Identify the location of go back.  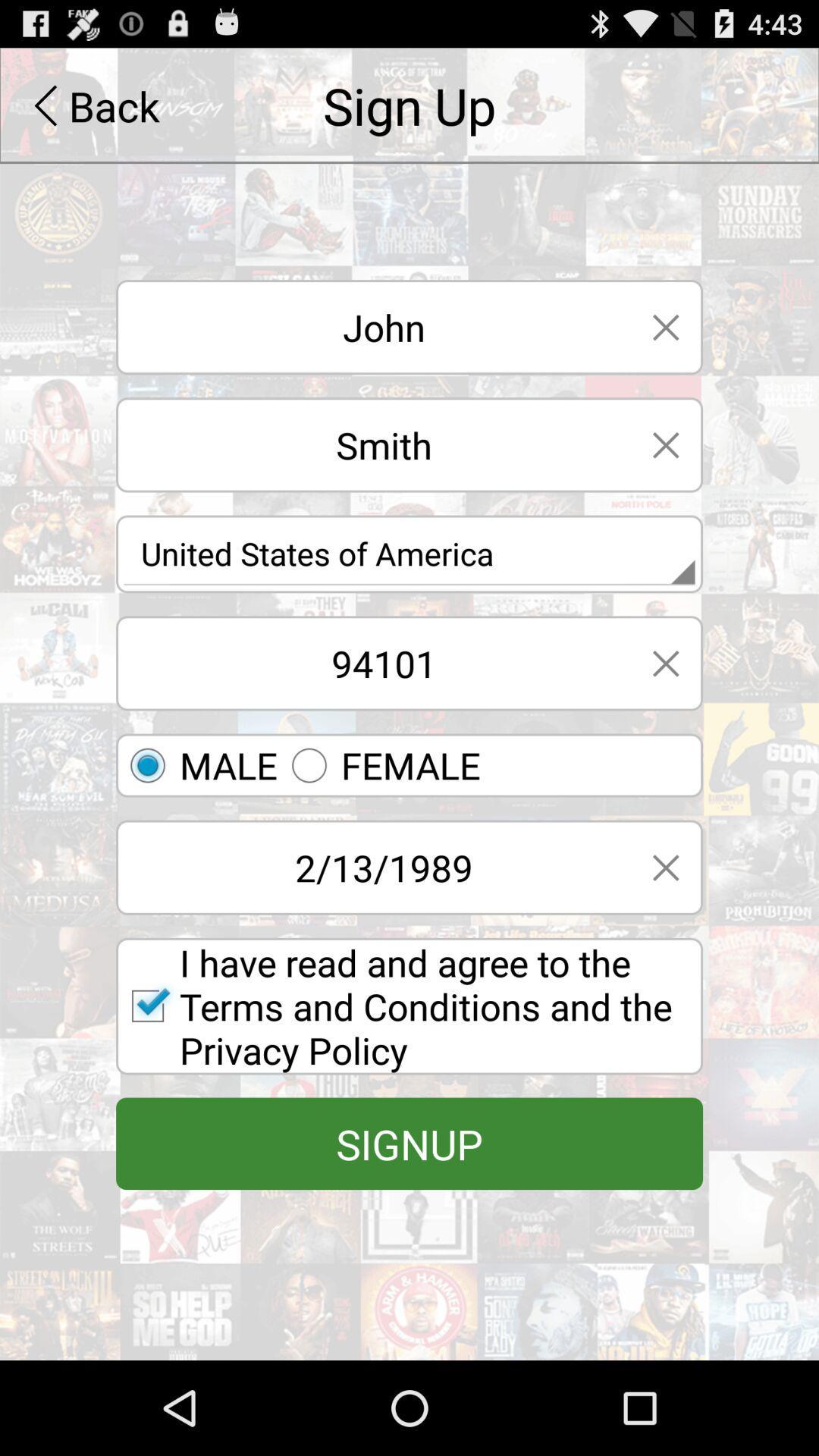
(665, 444).